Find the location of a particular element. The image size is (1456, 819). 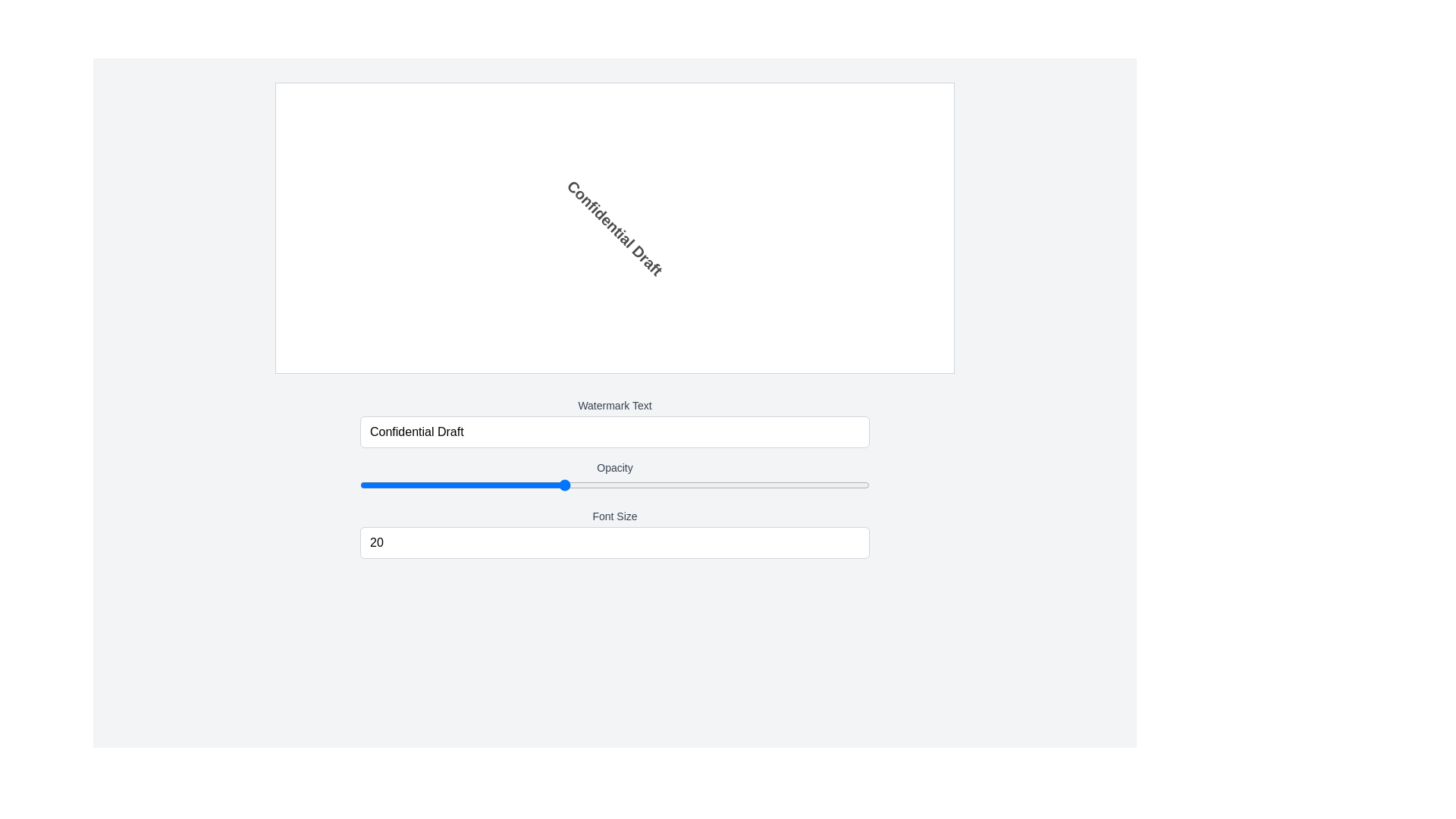

the numeric input field labeled 'Font Size' to focus on it is located at coordinates (615, 533).